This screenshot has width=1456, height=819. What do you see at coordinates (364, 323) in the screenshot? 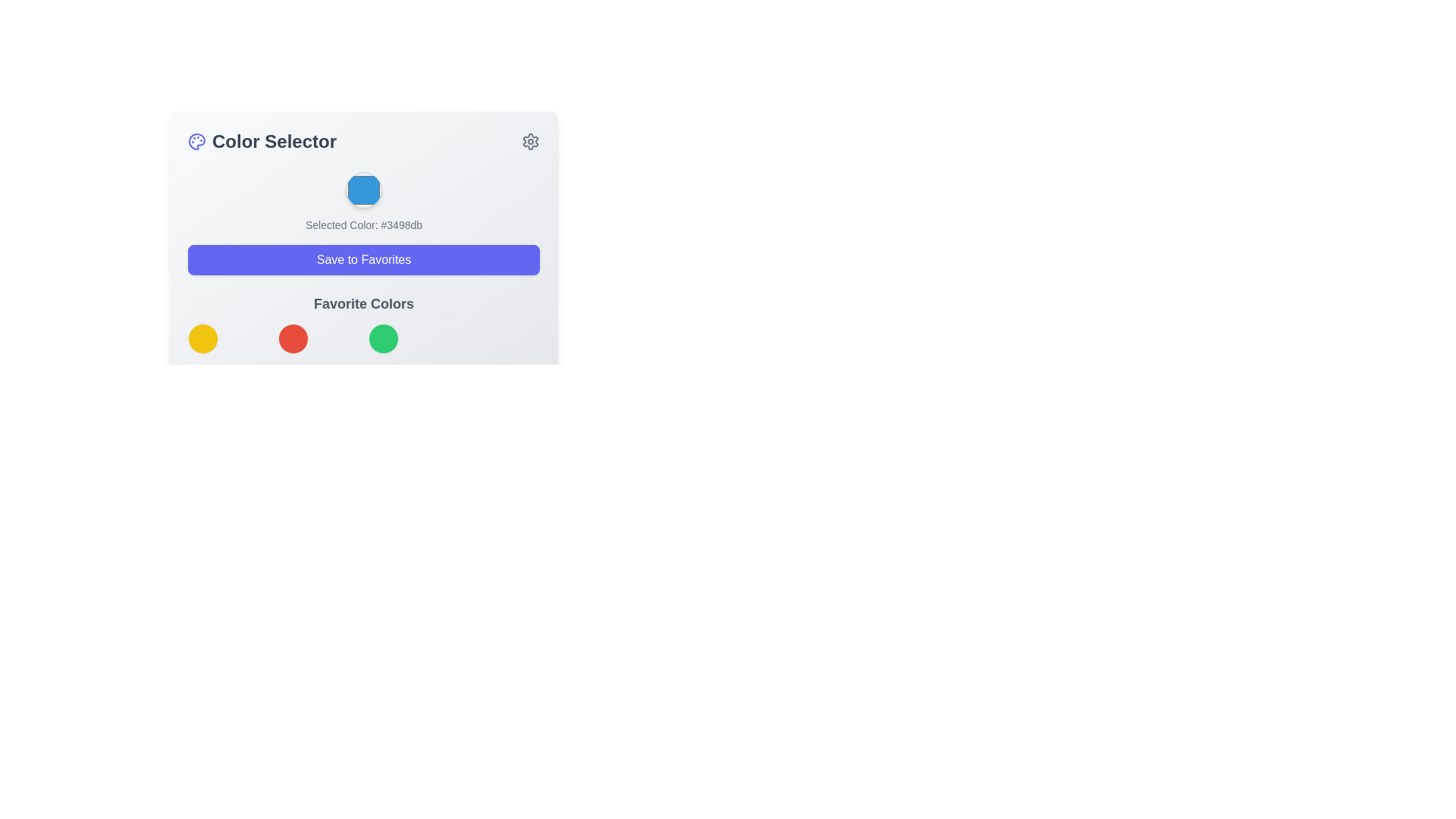
I see `any color circle within the 'Favorite Colors' section, which is positioned below the 'Save to Favorites' button and features a grid of distinct circular color options` at bounding box center [364, 323].